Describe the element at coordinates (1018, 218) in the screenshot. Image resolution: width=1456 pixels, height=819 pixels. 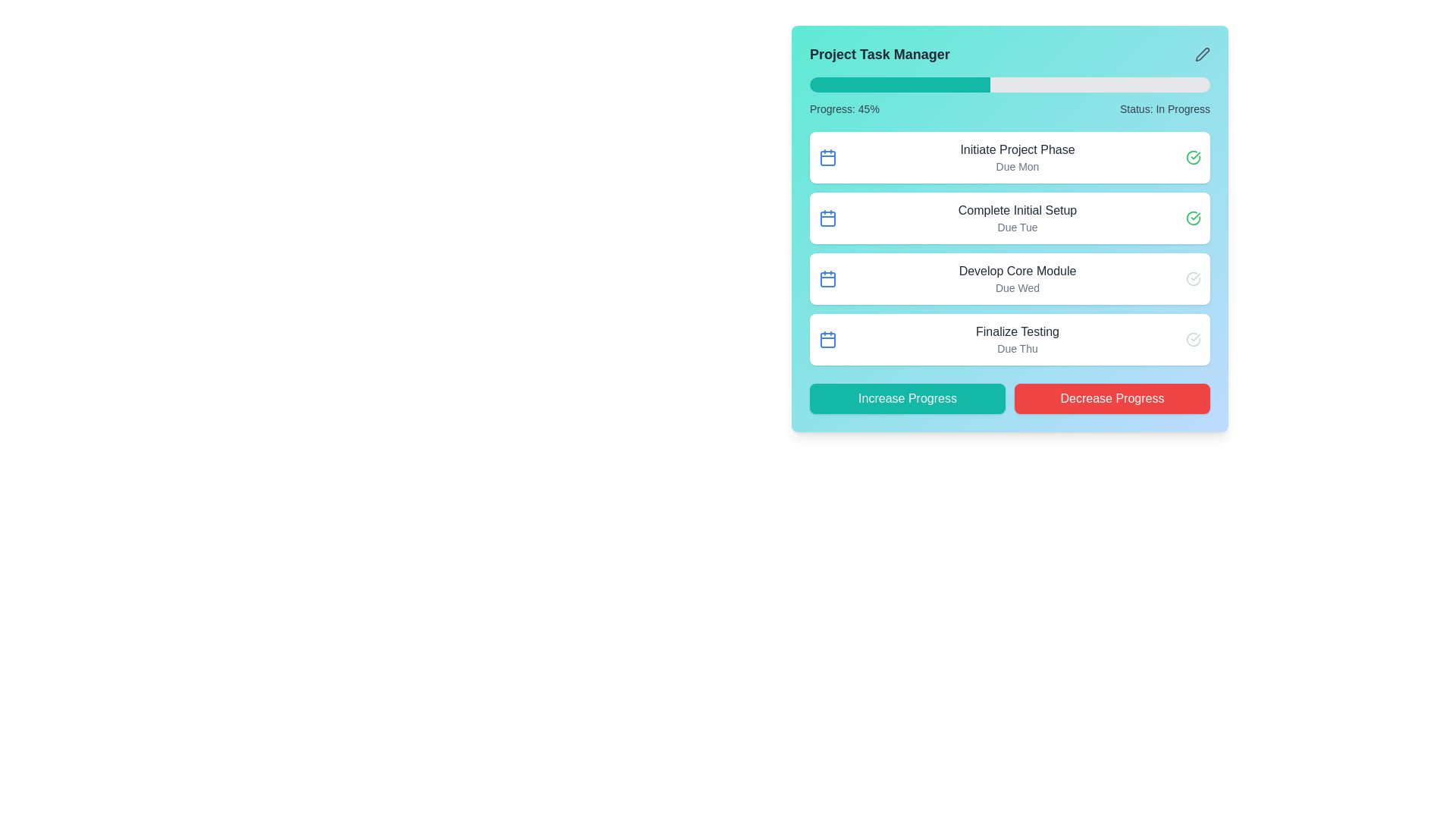
I see `the text block displaying 'Complete Initial Setup' with the due date 'Due Tue' in the task list` at that location.